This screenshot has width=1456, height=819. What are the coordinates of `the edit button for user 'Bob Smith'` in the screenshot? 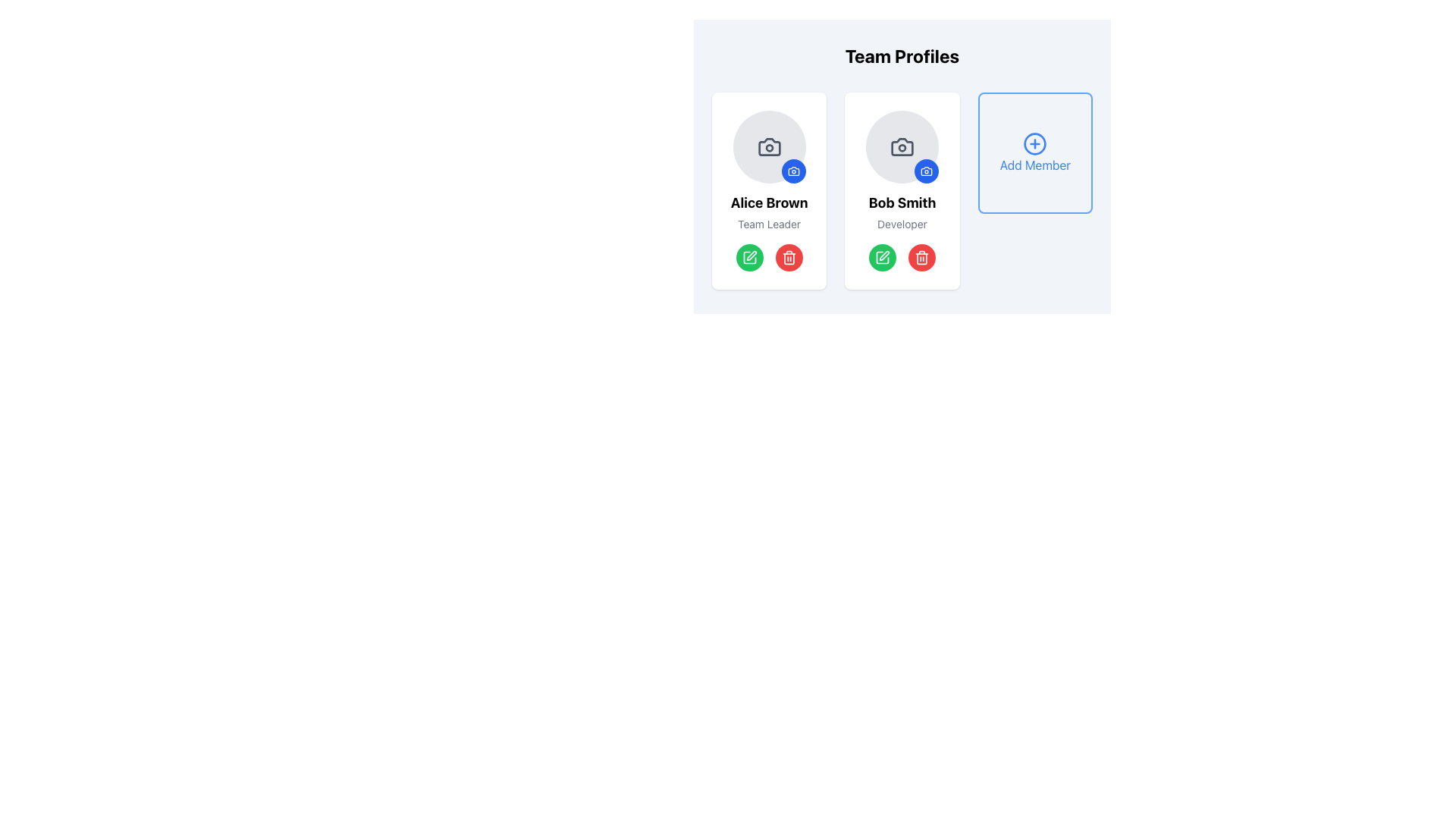 It's located at (882, 256).